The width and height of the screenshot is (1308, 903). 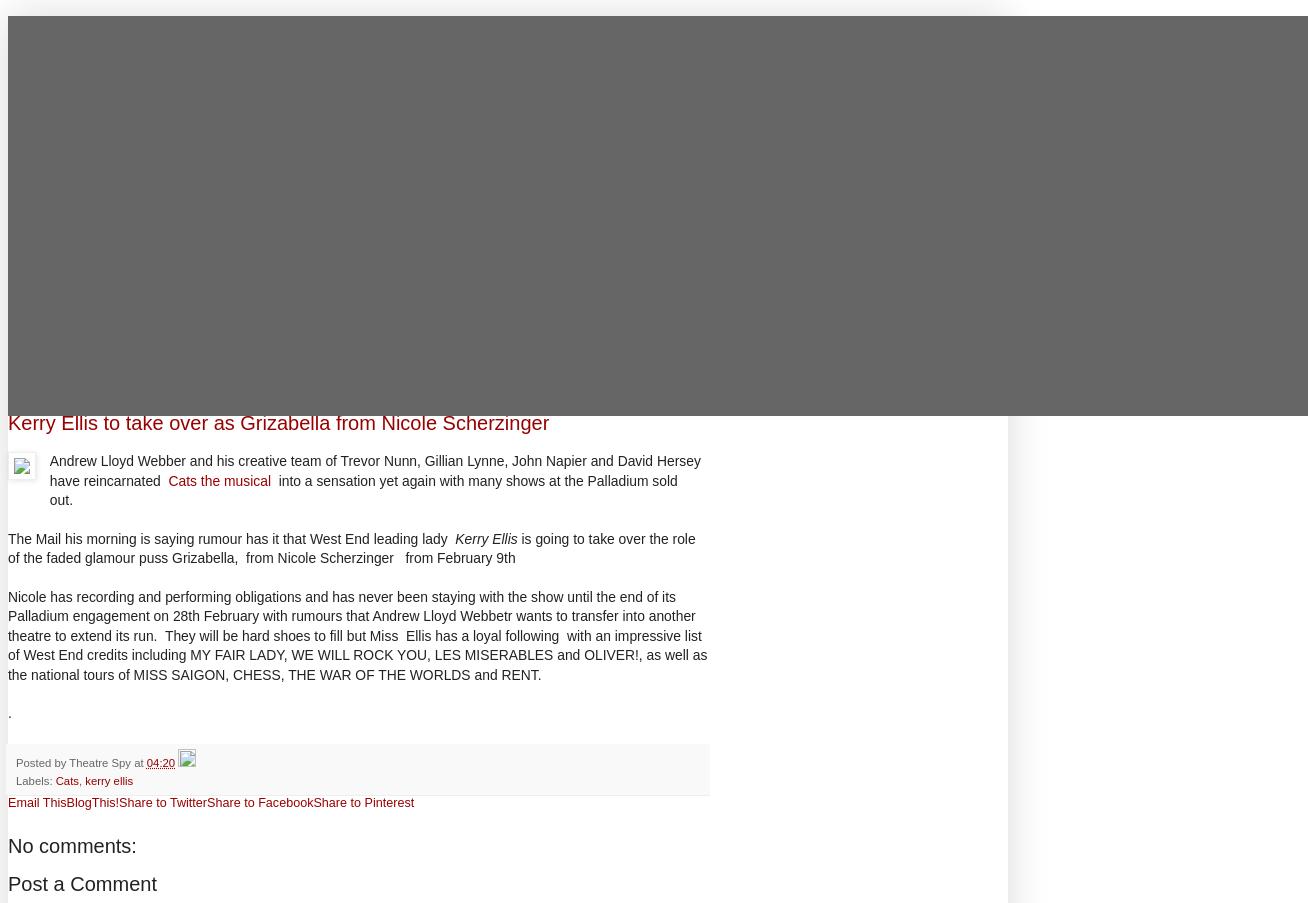 What do you see at coordinates (132, 28) in the screenshot?
I see `'Musical Theatre News'` at bounding box center [132, 28].